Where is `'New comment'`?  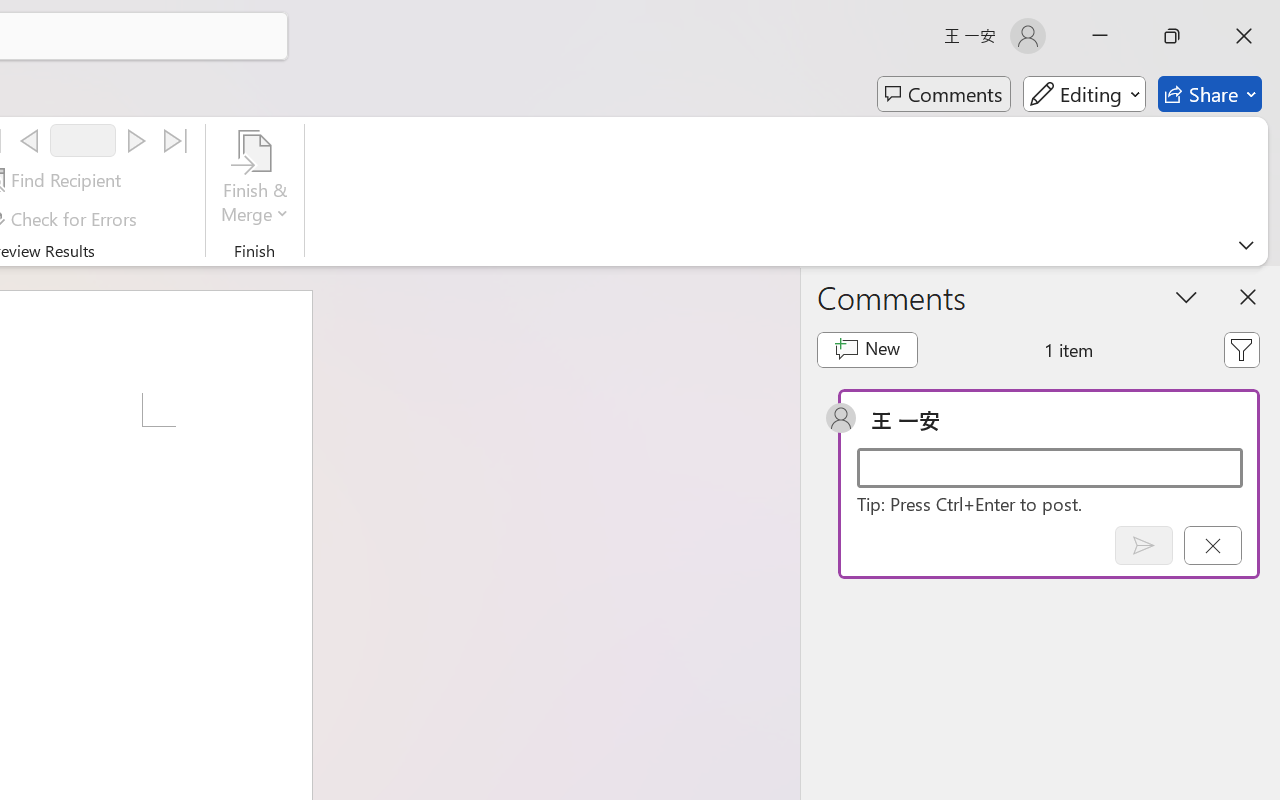 'New comment' is located at coordinates (867, 350).